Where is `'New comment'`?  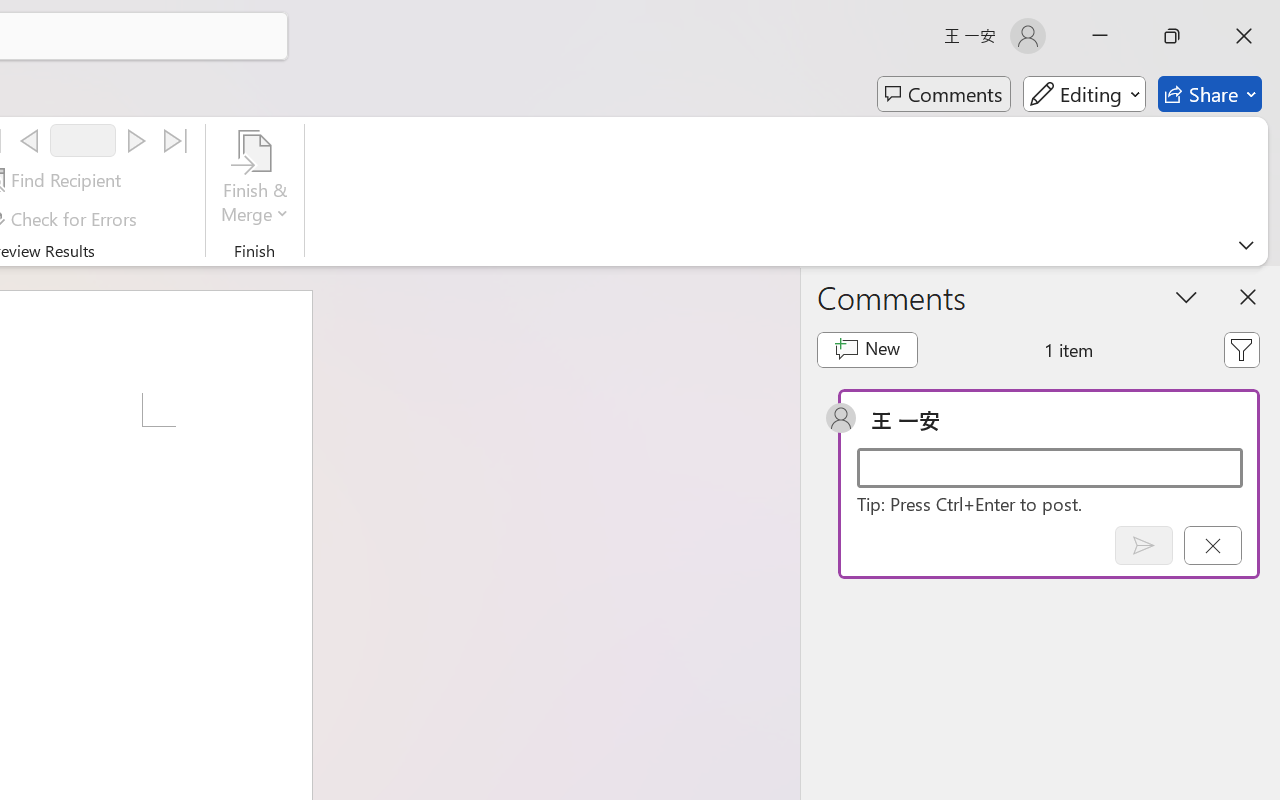 'New comment' is located at coordinates (867, 350).